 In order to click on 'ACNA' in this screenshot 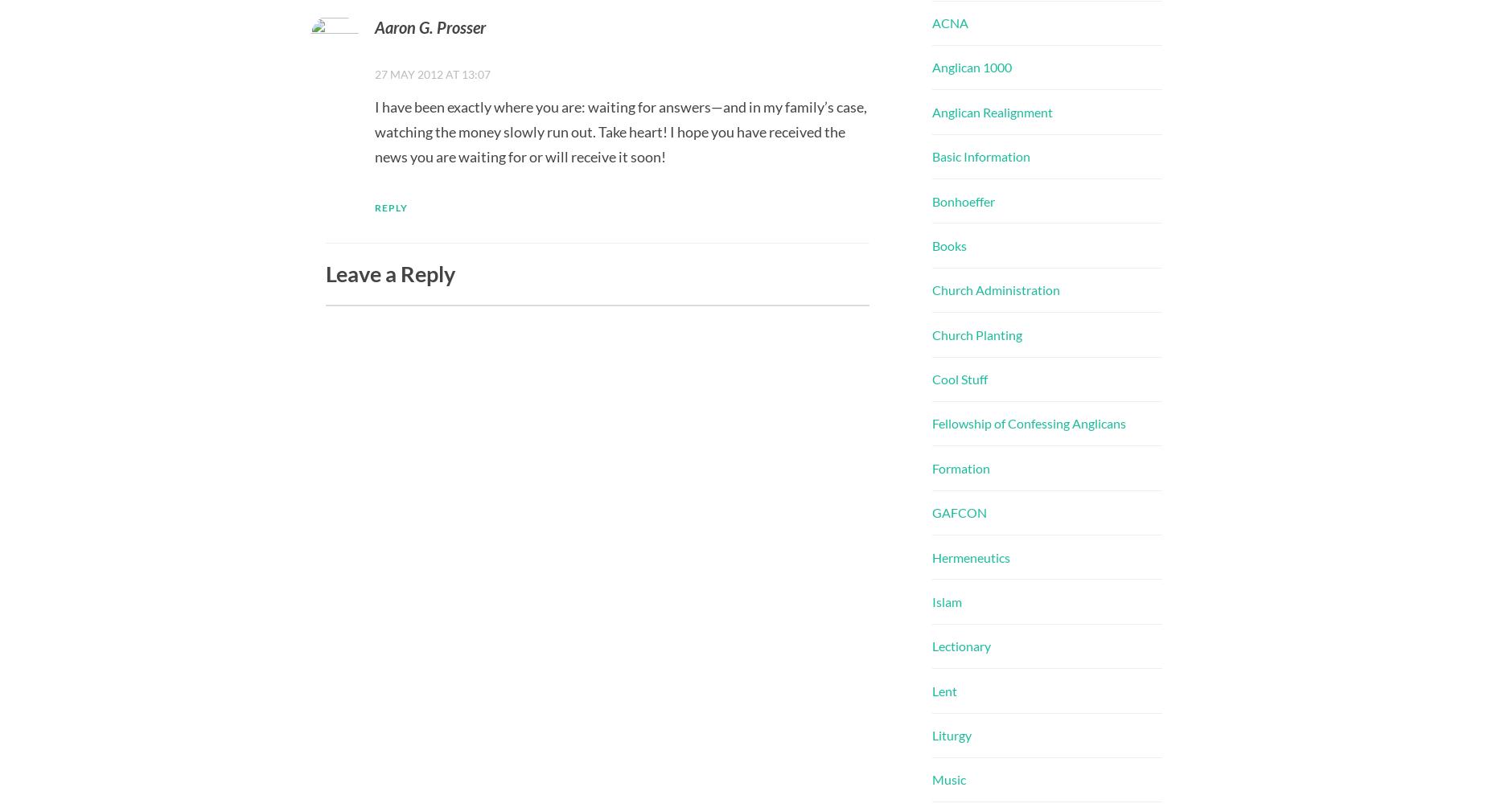, I will do `click(931, 22)`.